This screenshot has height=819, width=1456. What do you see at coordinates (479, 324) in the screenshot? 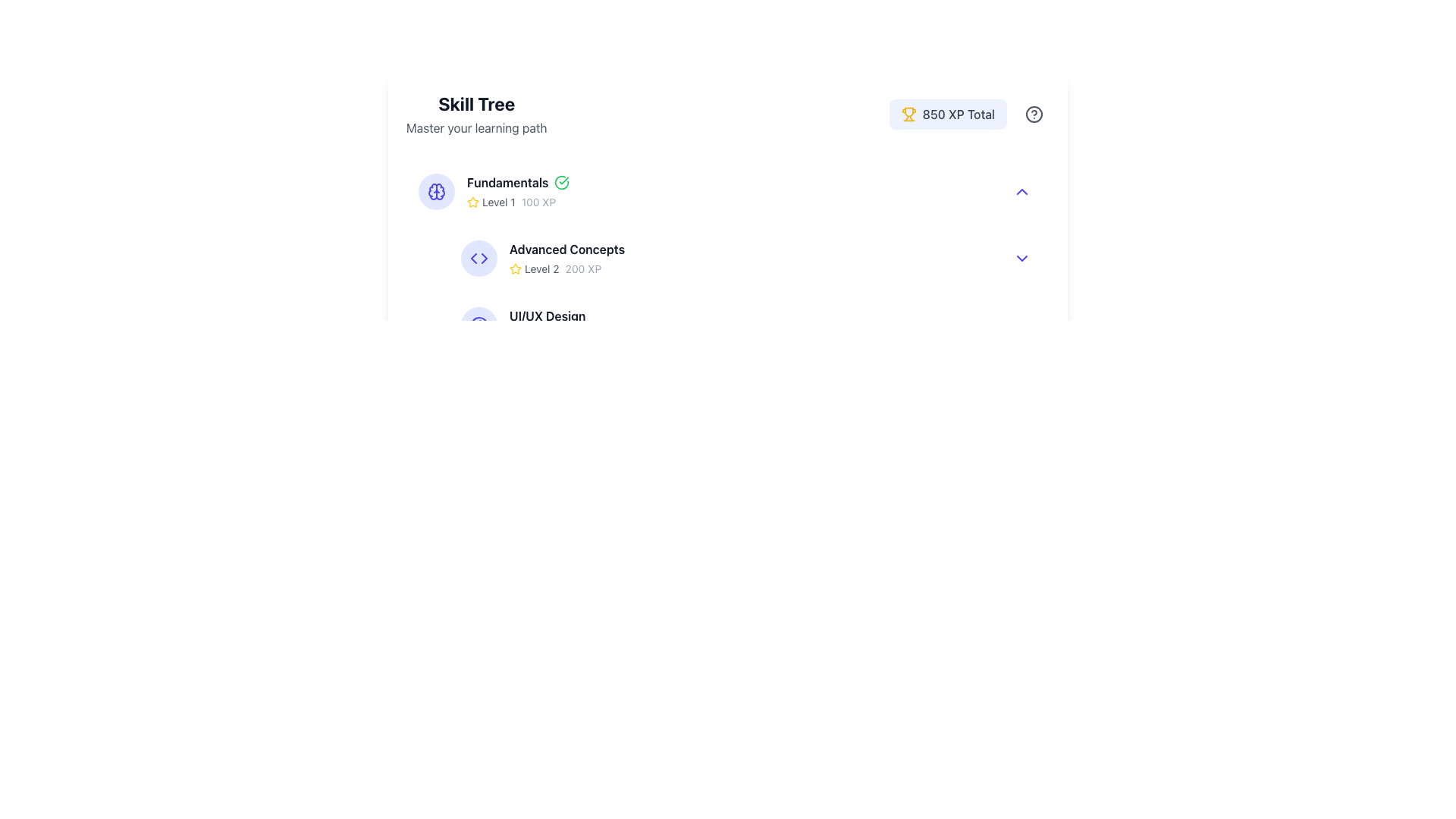
I see `the circular badge with a light indigo background and an artistic palette icon, located at the beginning of the 'UI/UX Design' row in the 'Skill Tree' interface` at bounding box center [479, 324].